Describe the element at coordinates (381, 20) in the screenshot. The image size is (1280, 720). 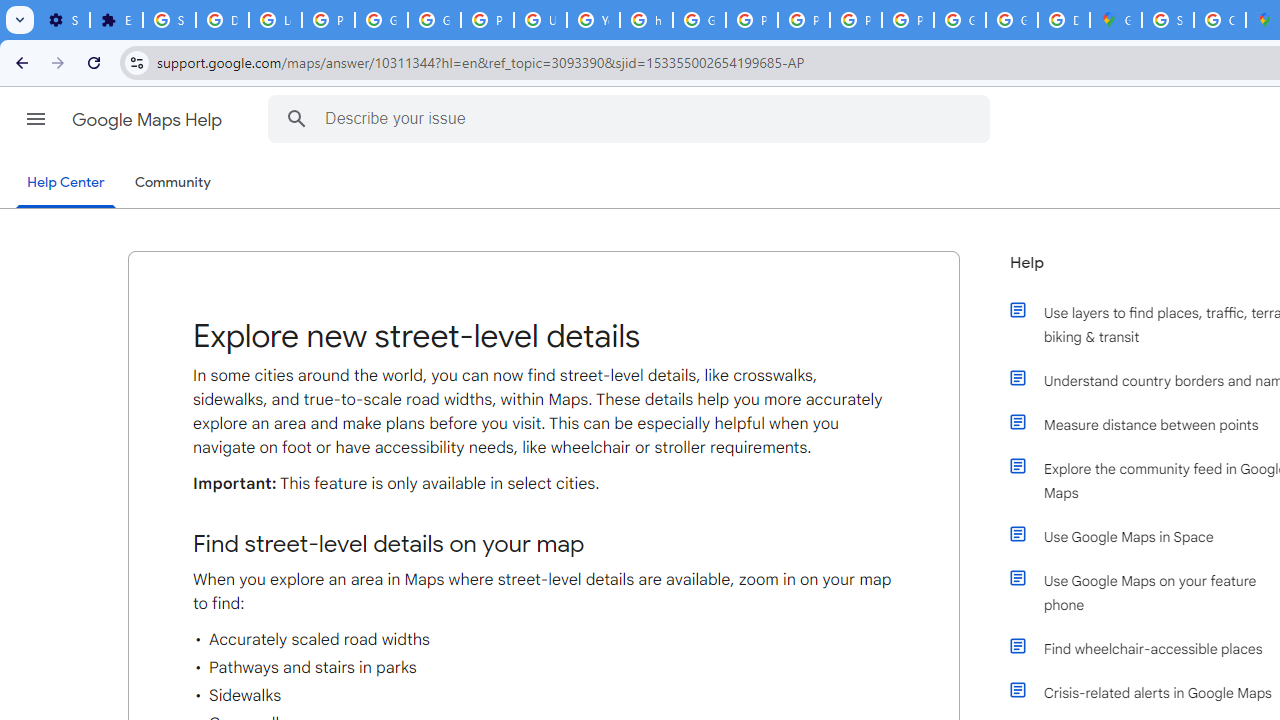
I see `'Google Account Help'` at that location.